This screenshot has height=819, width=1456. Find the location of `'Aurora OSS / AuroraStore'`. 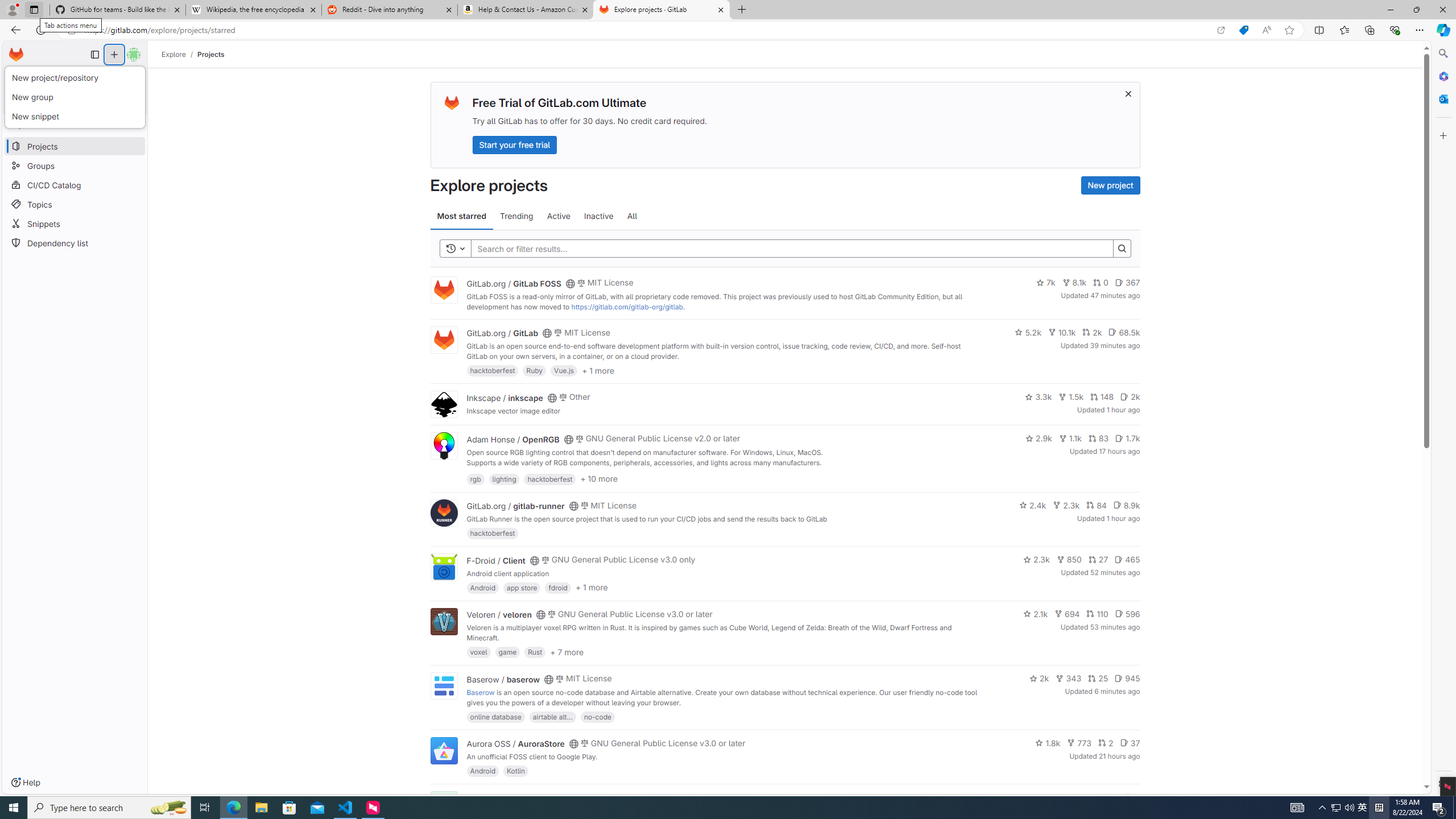

'Aurora OSS / AuroraStore' is located at coordinates (515, 743).